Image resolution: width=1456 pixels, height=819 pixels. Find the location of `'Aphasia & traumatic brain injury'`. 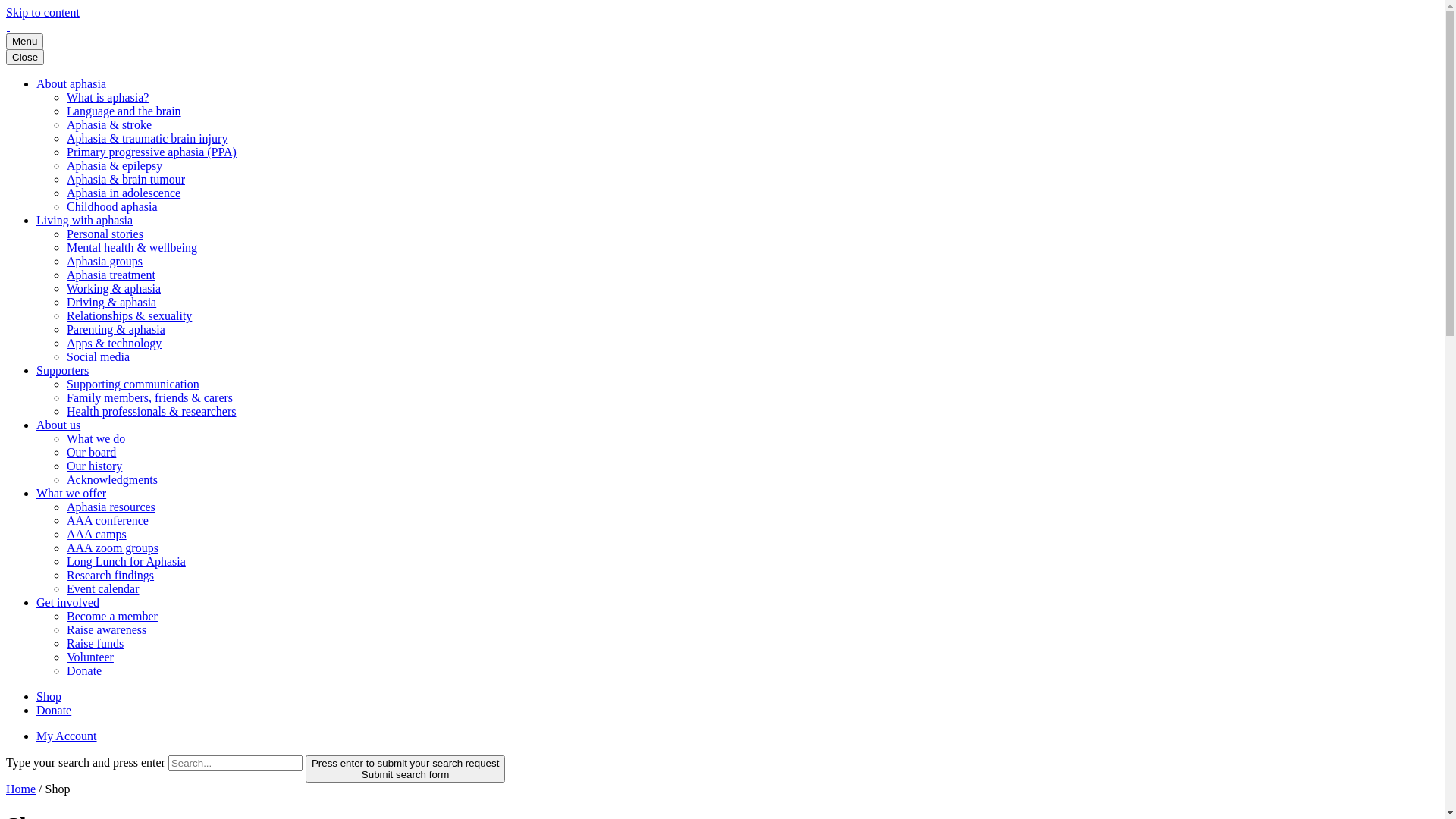

'Aphasia & traumatic brain injury' is located at coordinates (146, 138).